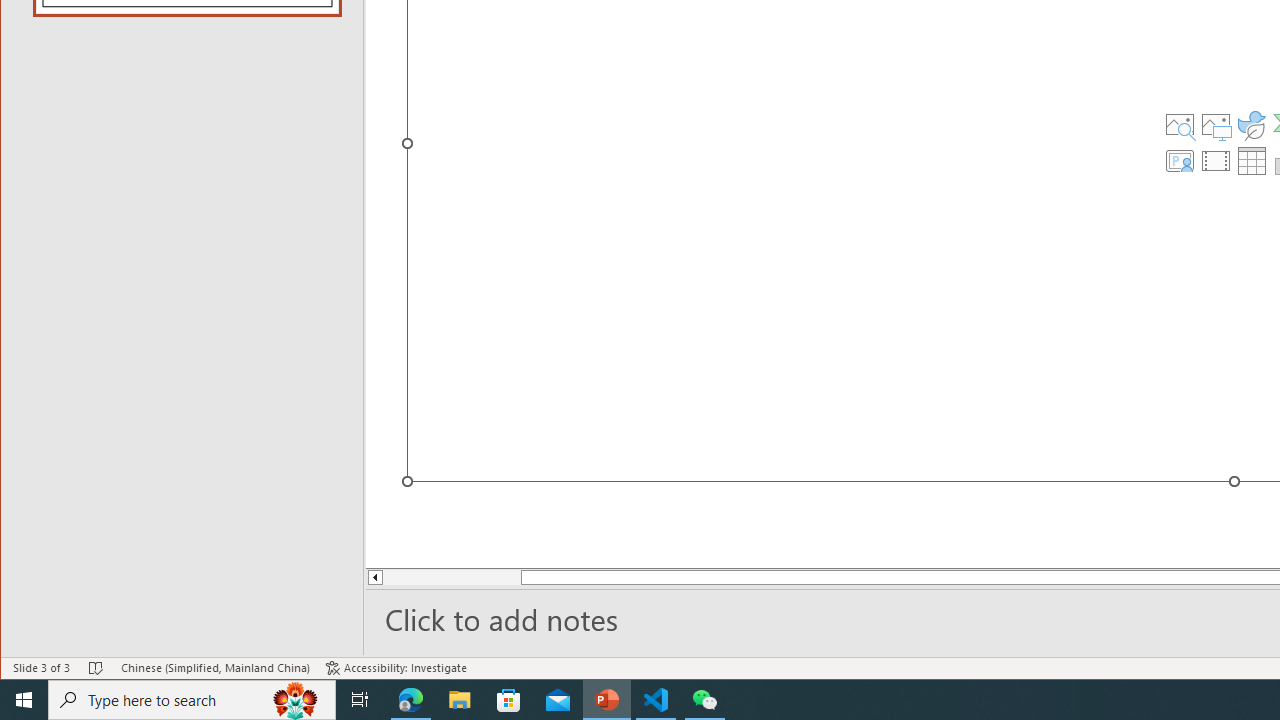 The height and width of the screenshot is (720, 1280). Describe the element at coordinates (24, 698) in the screenshot. I see `'Start'` at that location.